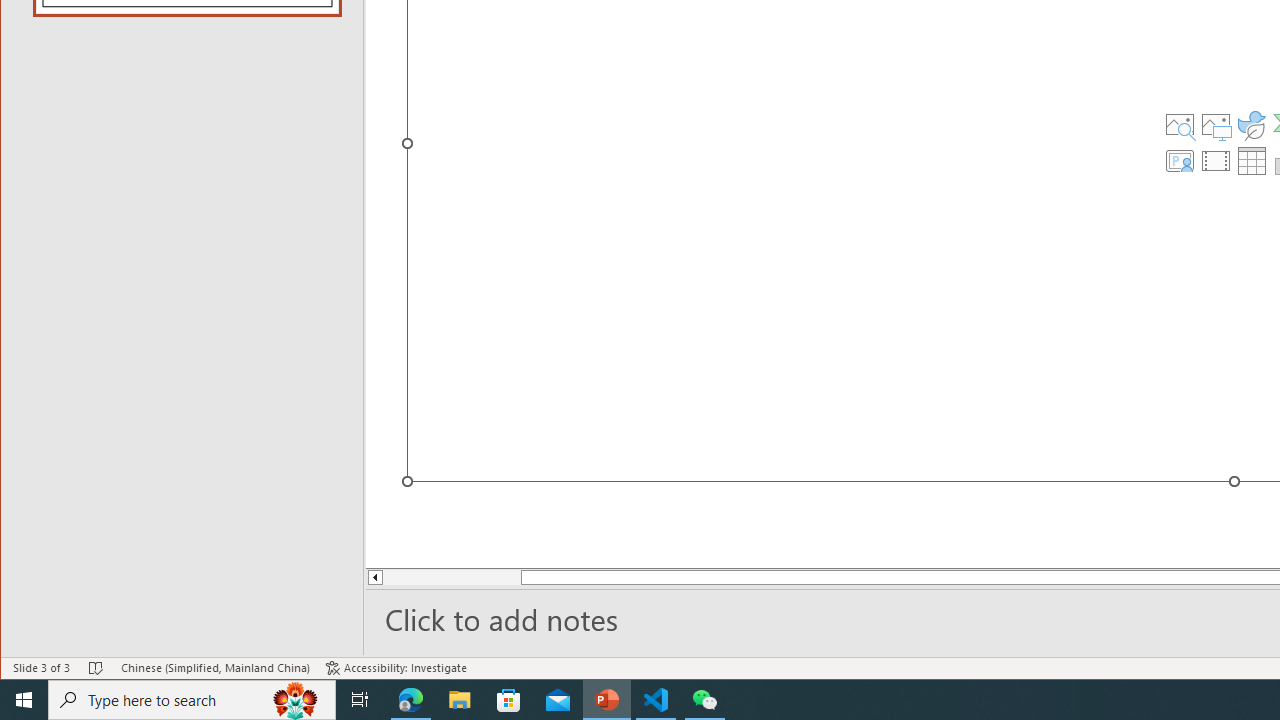 The height and width of the screenshot is (720, 1280). Describe the element at coordinates (24, 698) in the screenshot. I see `'Start'` at that location.